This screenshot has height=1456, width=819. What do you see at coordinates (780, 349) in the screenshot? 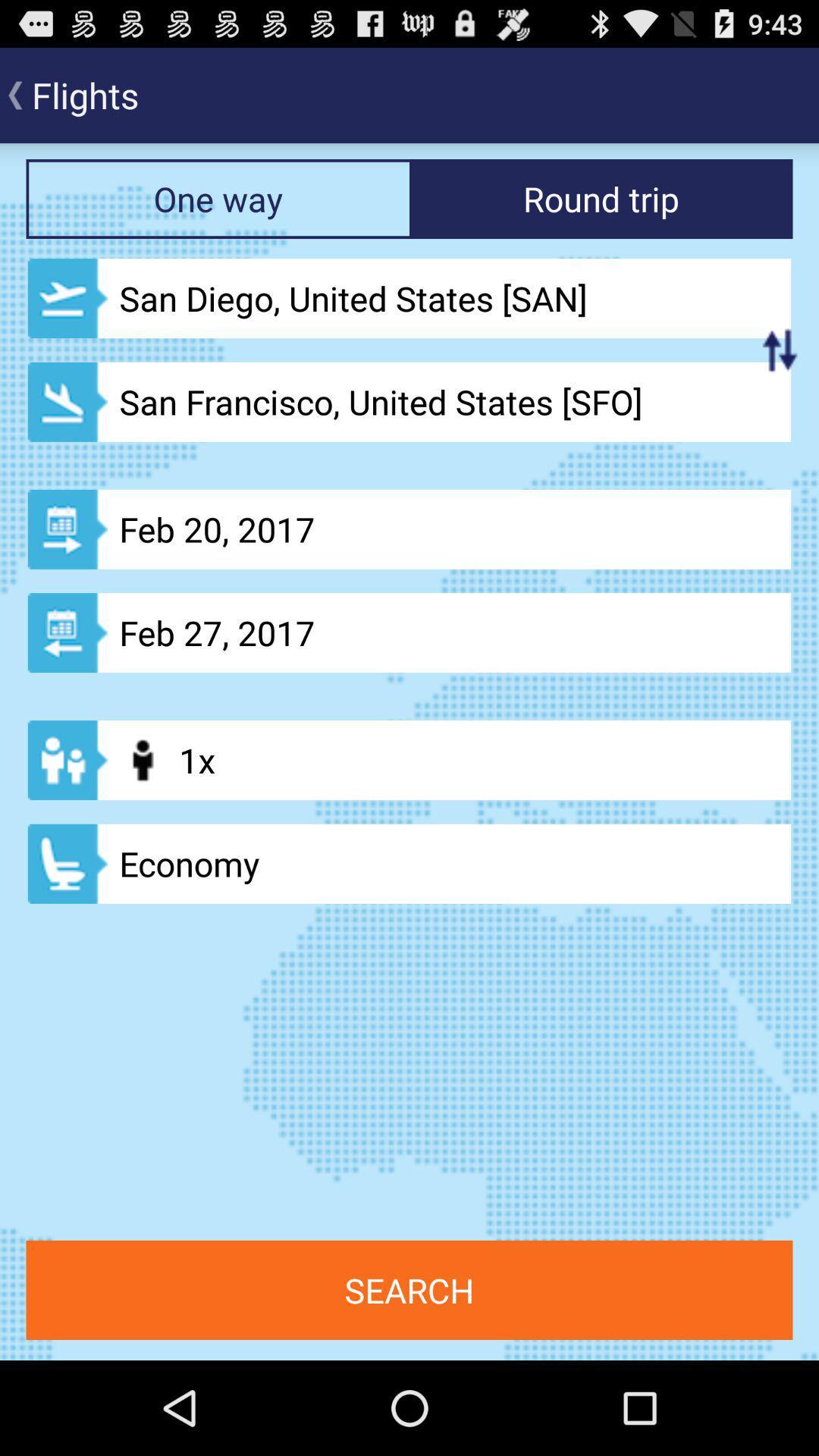
I see `swap` at bounding box center [780, 349].